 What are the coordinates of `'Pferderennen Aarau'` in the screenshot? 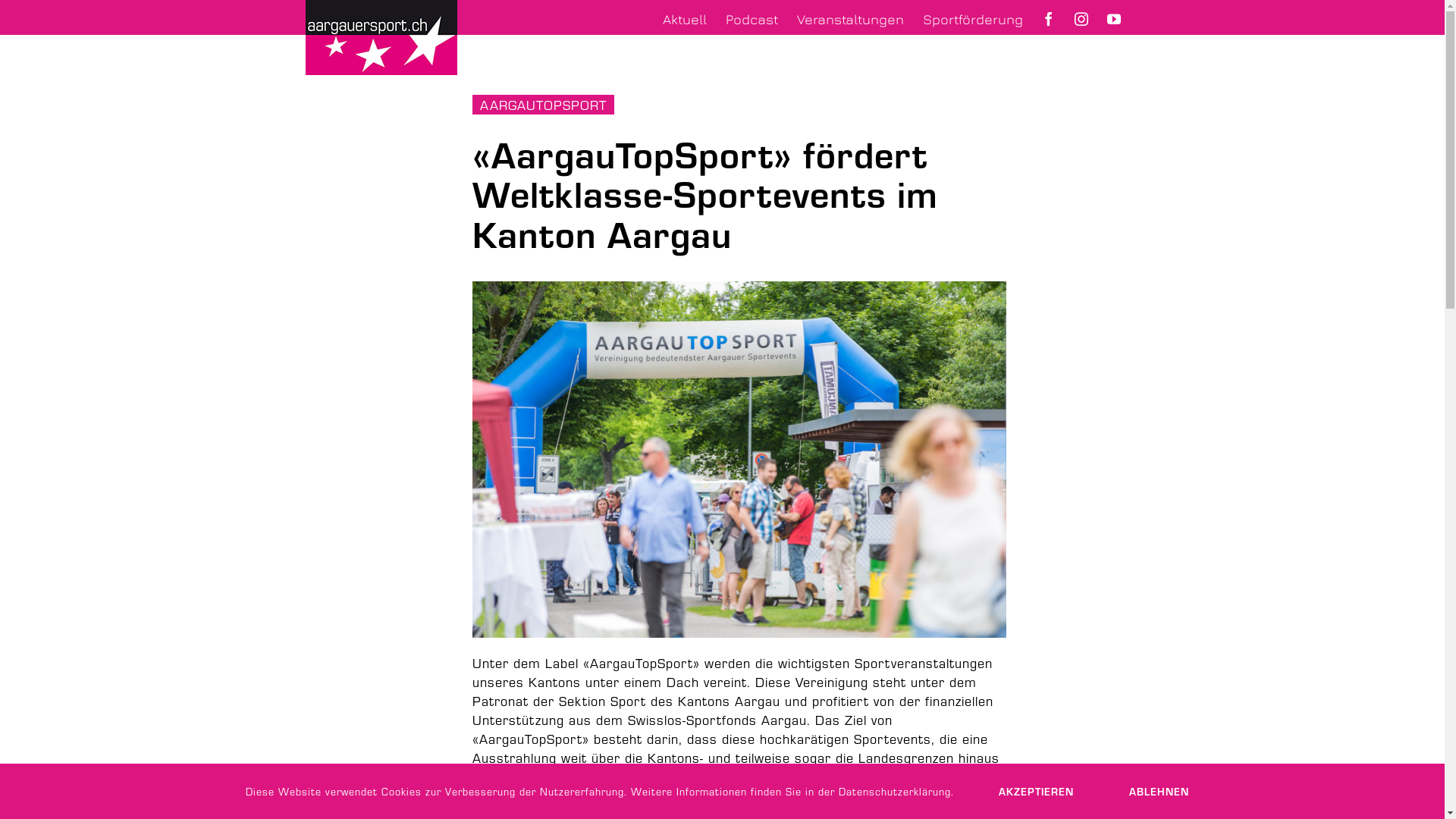 It's located at (471, 458).